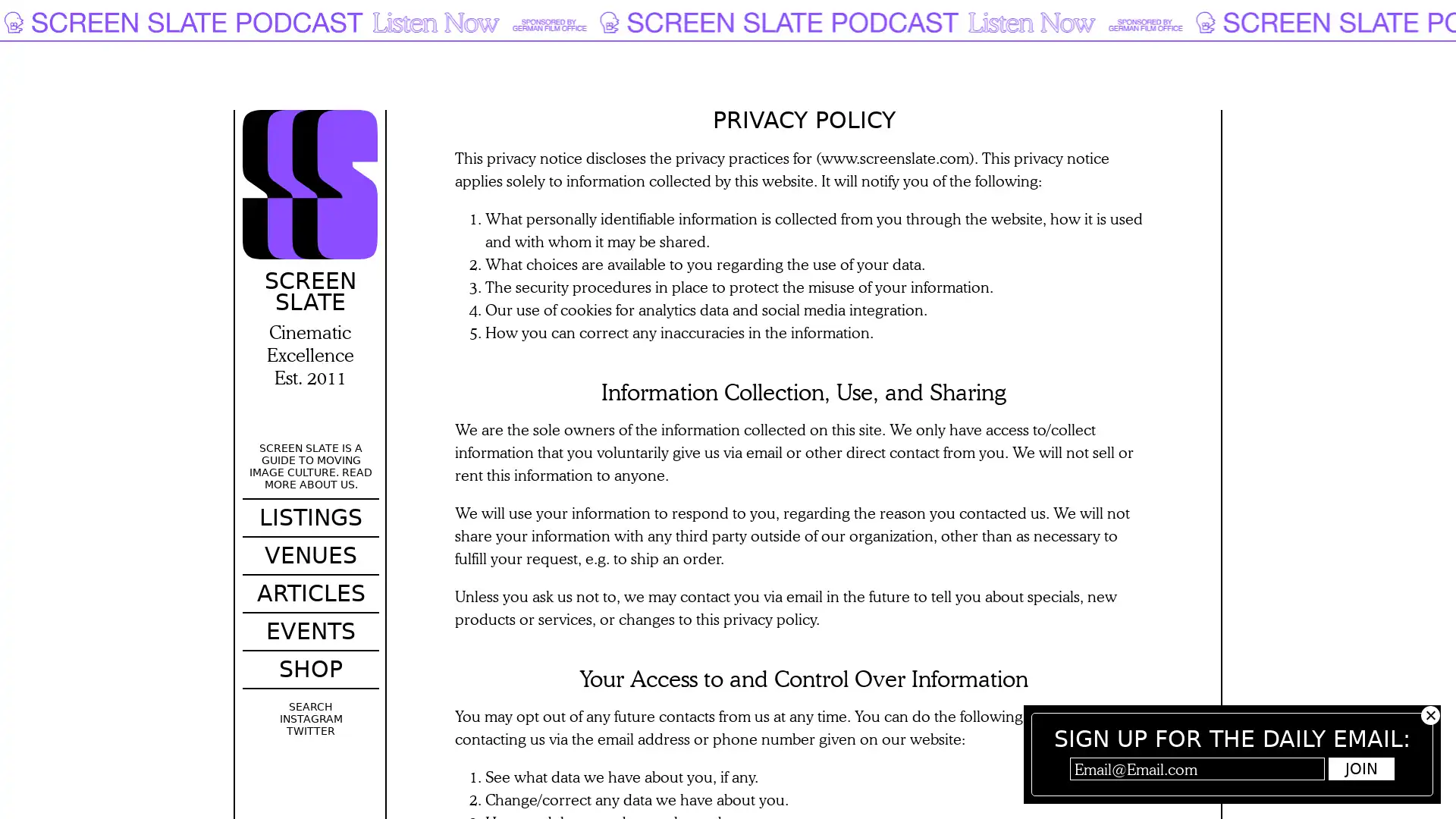 This screenshot has height=819, width=1456. What do you see at coordinates (1361, 769) in the screenshot?
I see `Join` at bounding box center [1361, 769].